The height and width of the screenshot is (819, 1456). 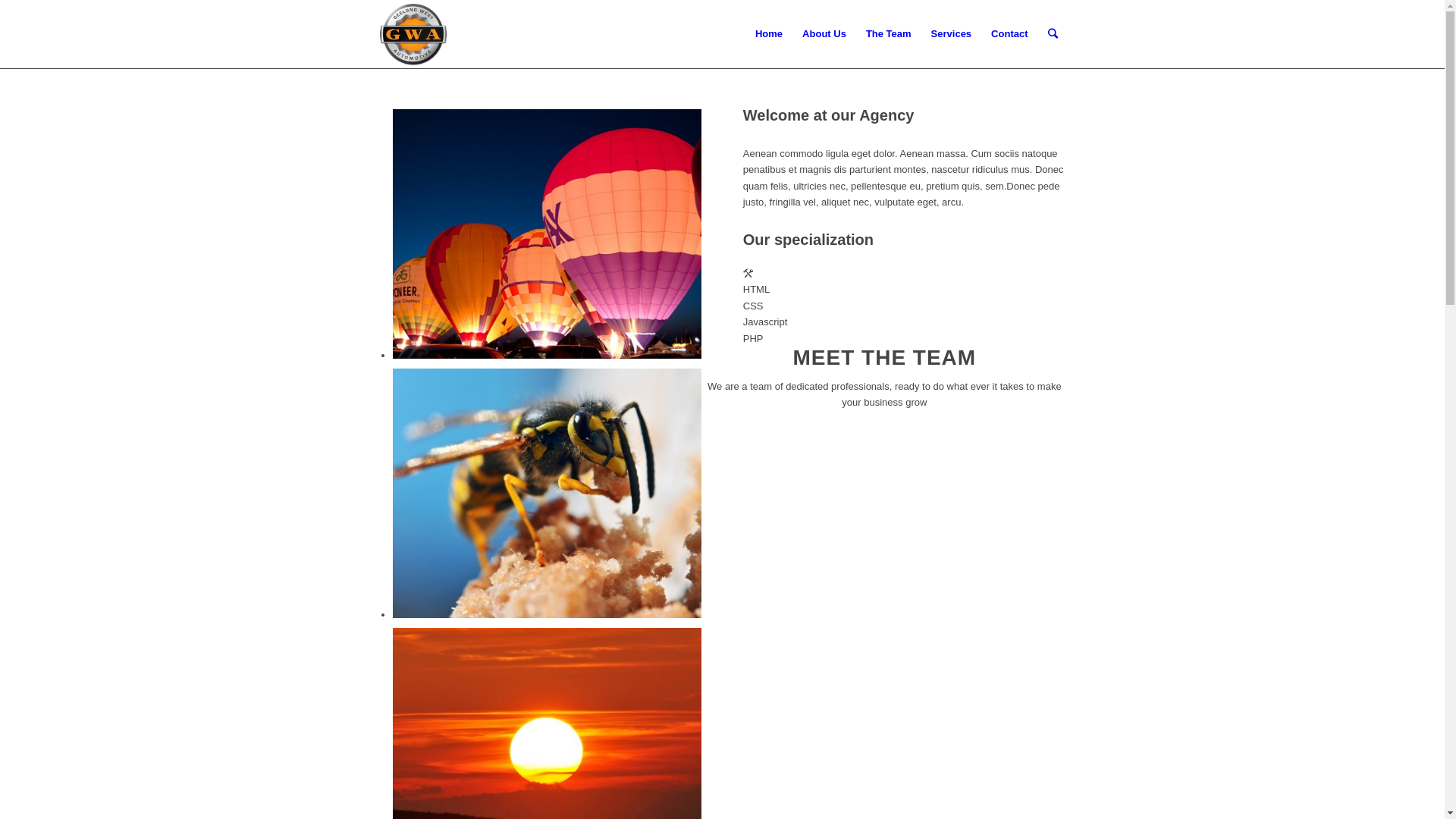 What do you see at coordinates (745, 34) in the screenshot?
I see `'Home'` at bounding box center [745, 34].